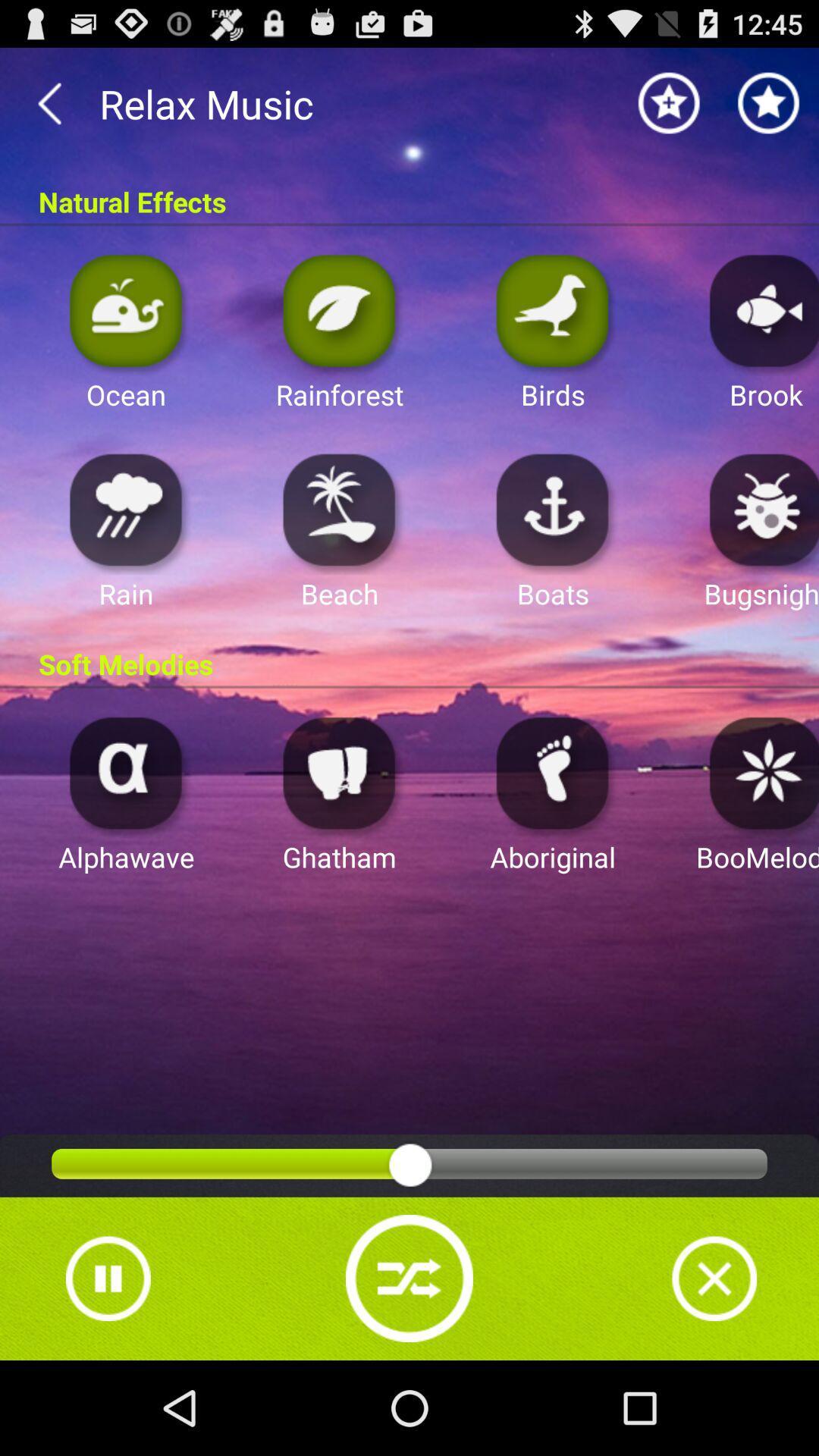 This screenshot has width=819, height=1456. I want to click on acess ocean music, so click(125, 309).